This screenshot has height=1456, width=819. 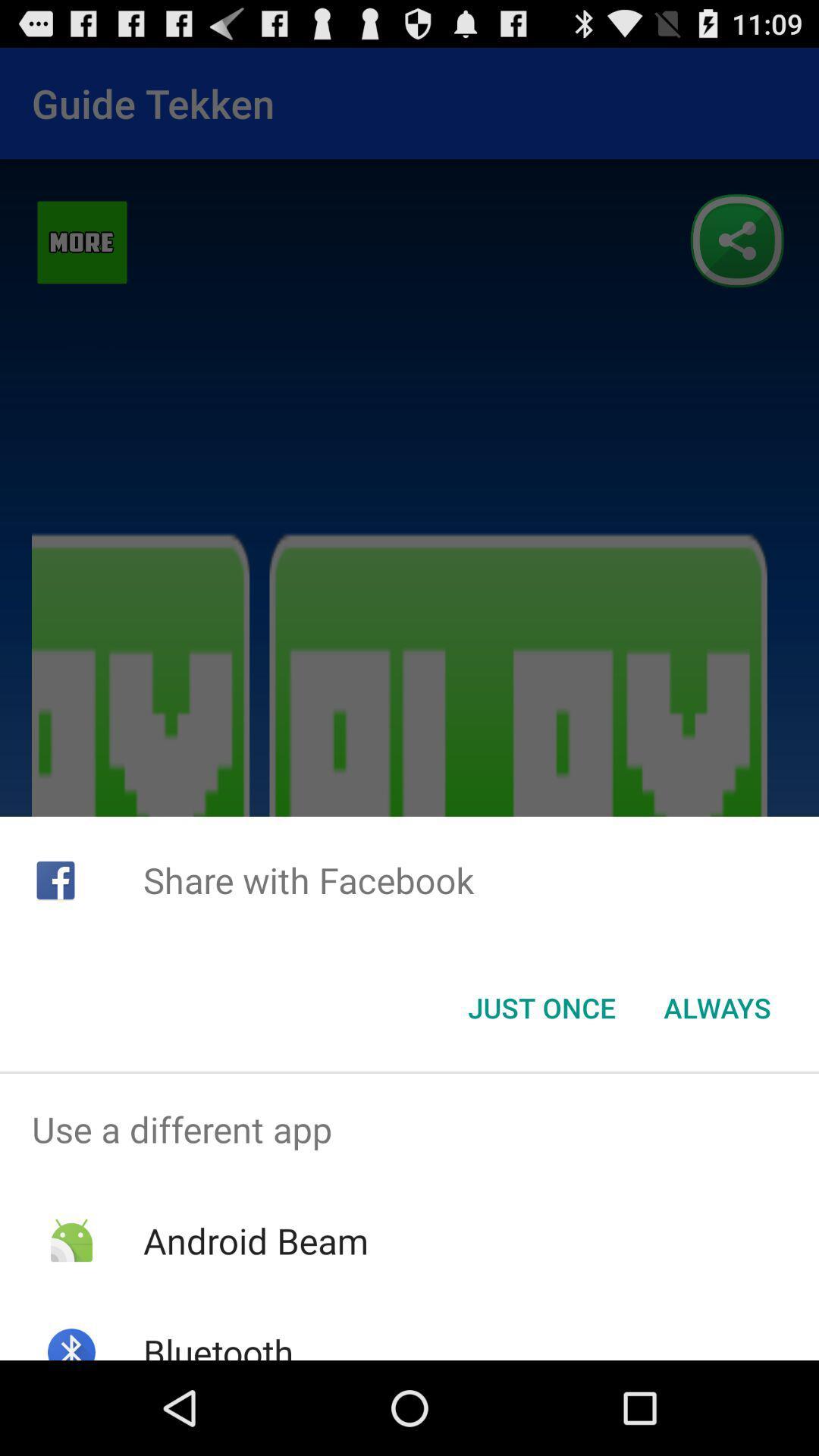 I want to click on item at the bottom right corner, so click(x=717, y=1008).